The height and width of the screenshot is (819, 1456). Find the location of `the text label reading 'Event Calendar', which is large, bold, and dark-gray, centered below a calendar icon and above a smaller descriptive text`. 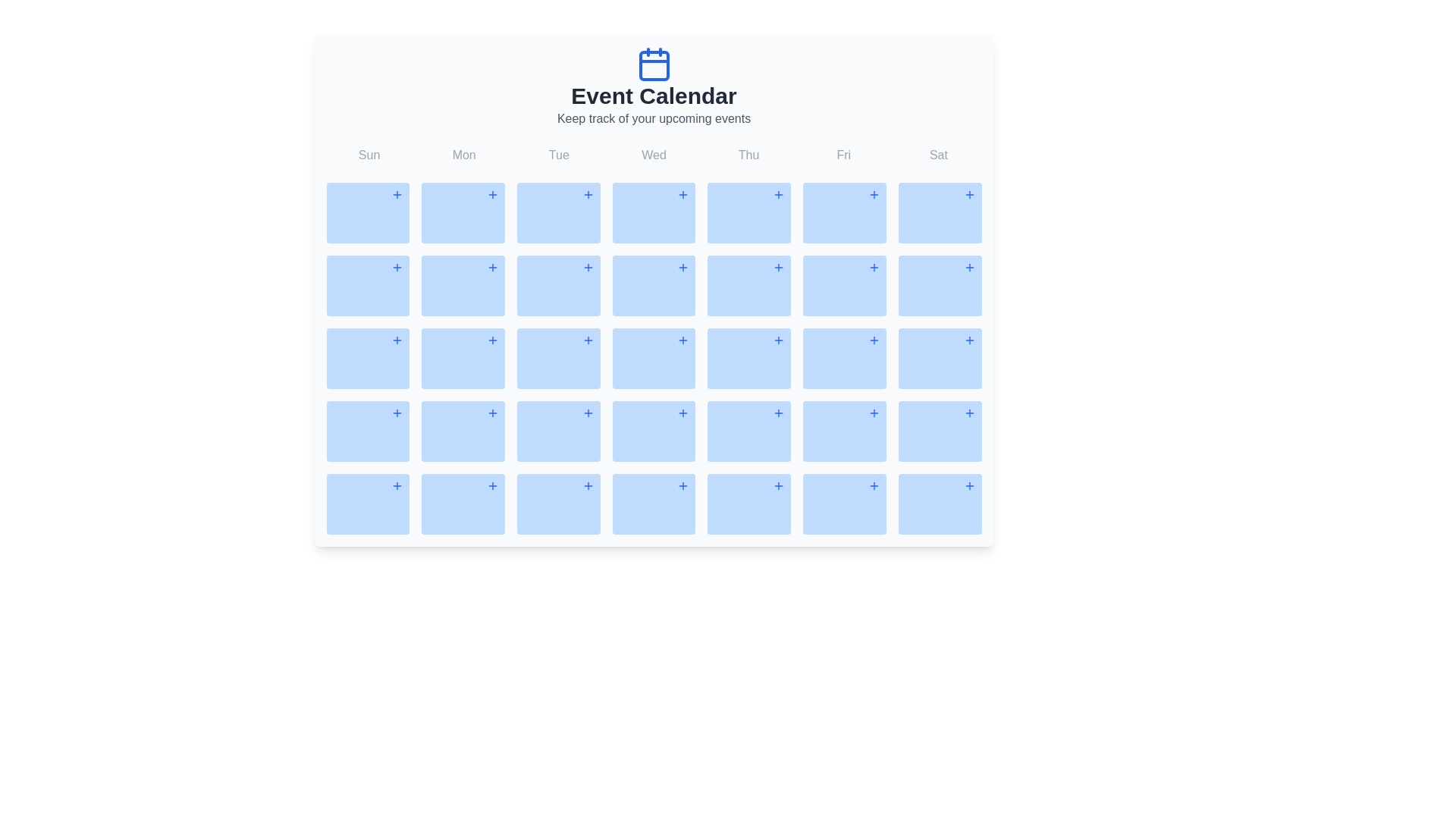

the text label reading 'Event Calendar', which is large, bold, and dark-gray, centered below a calendar icon and above a smaller descriptive text is located at coordinates (654, 96).